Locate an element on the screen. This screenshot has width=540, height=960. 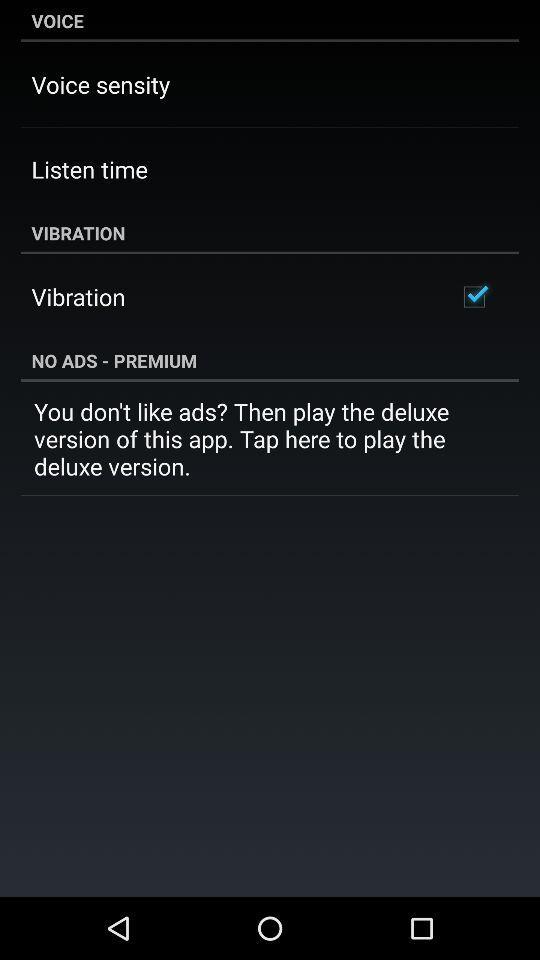
you don t item is located at coordinates (270, 438).